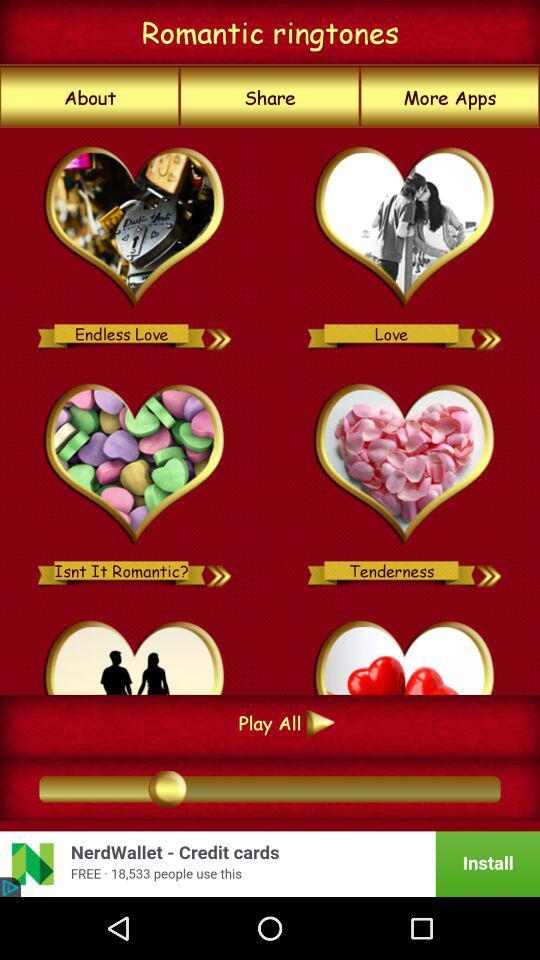  What do you see at coordinates (489, 333) in the screenshot?
I see `next` at bounding box center [489, 333].